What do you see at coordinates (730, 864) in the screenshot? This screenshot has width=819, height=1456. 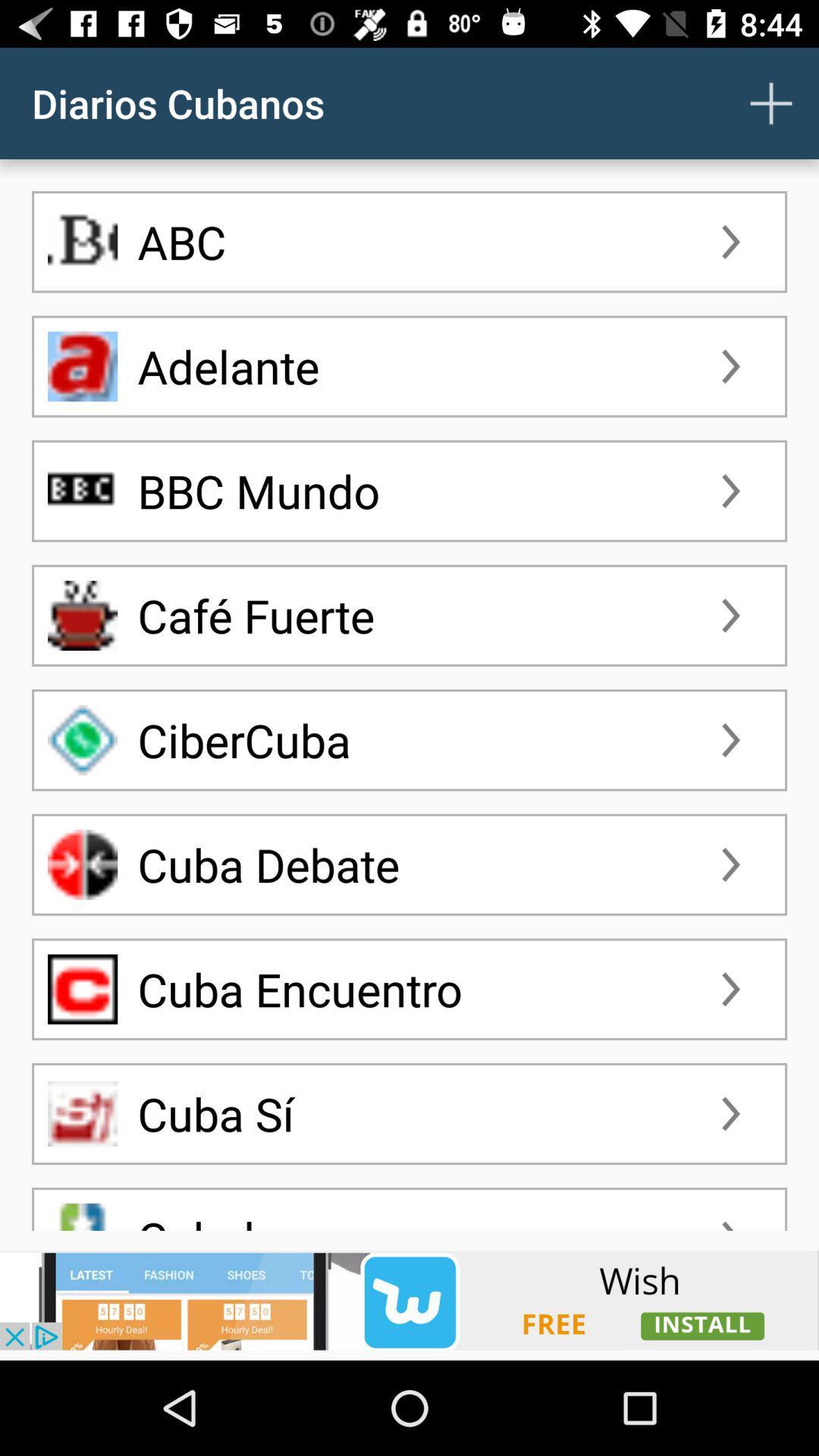 I see `sixth arrow icon` at bounding box center [730, 864].